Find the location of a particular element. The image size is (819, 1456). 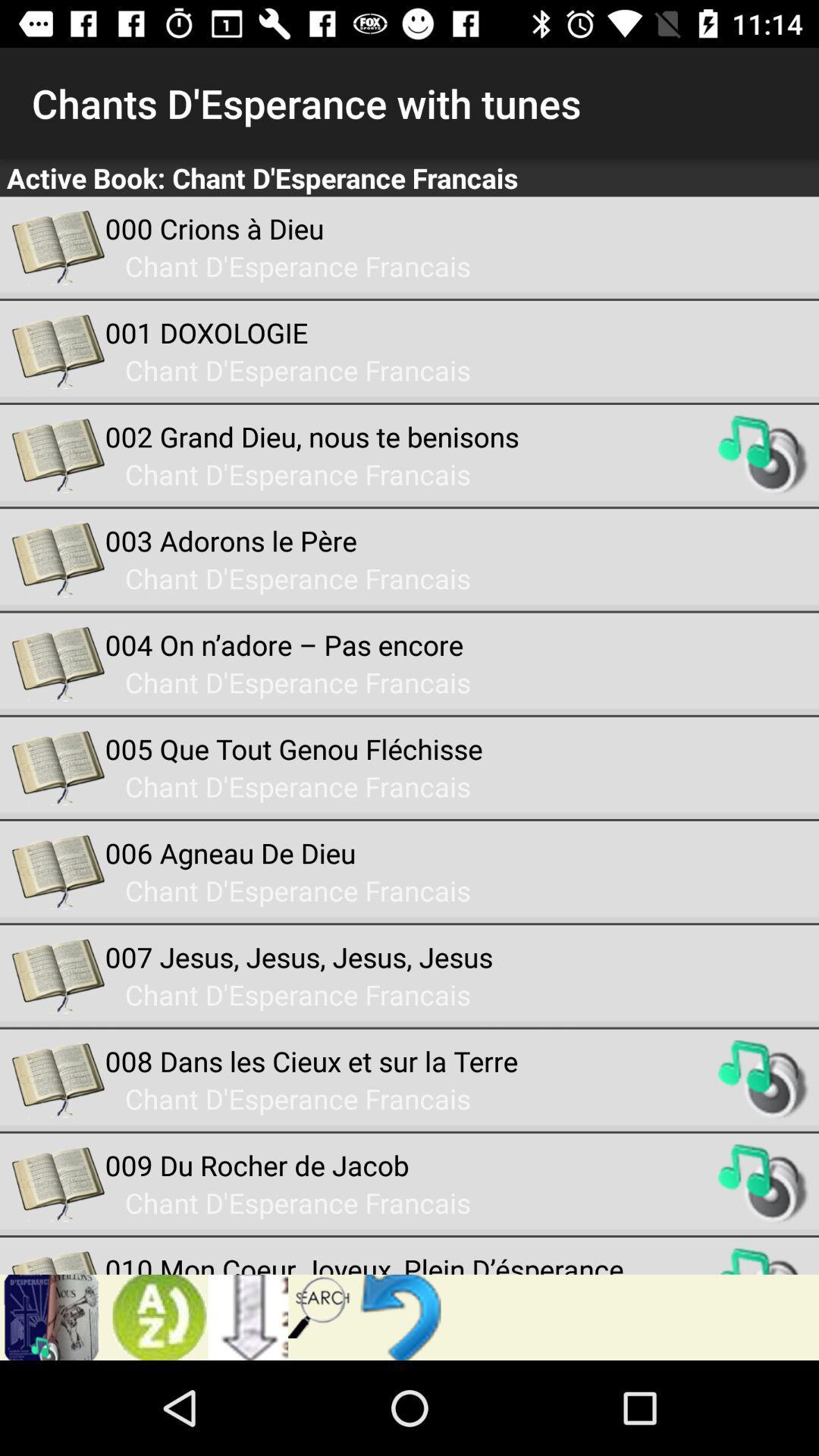

go back is located at coordinates (403, 1316).